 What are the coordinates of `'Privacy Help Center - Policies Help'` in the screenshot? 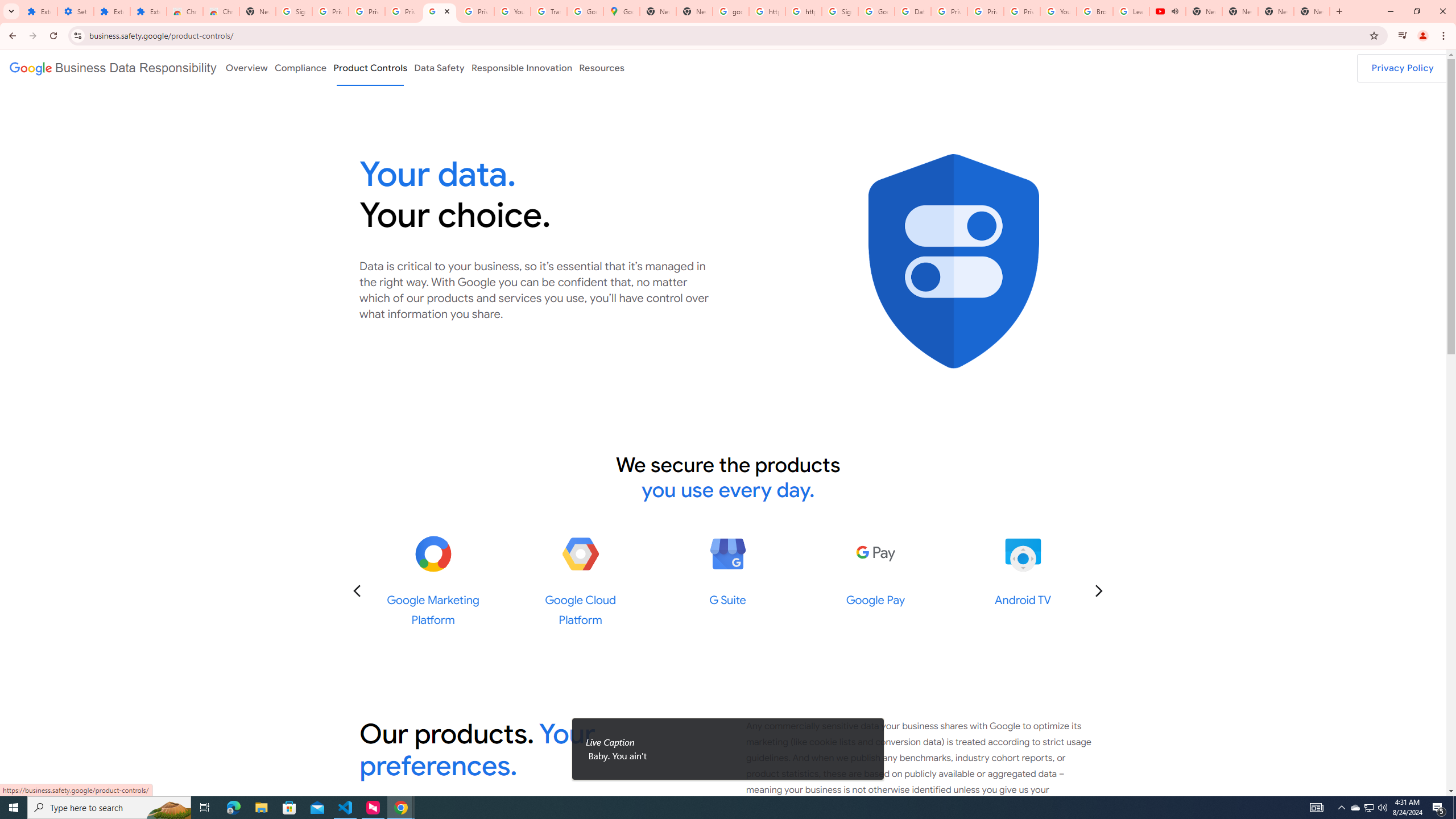 It's located at (949, 11).